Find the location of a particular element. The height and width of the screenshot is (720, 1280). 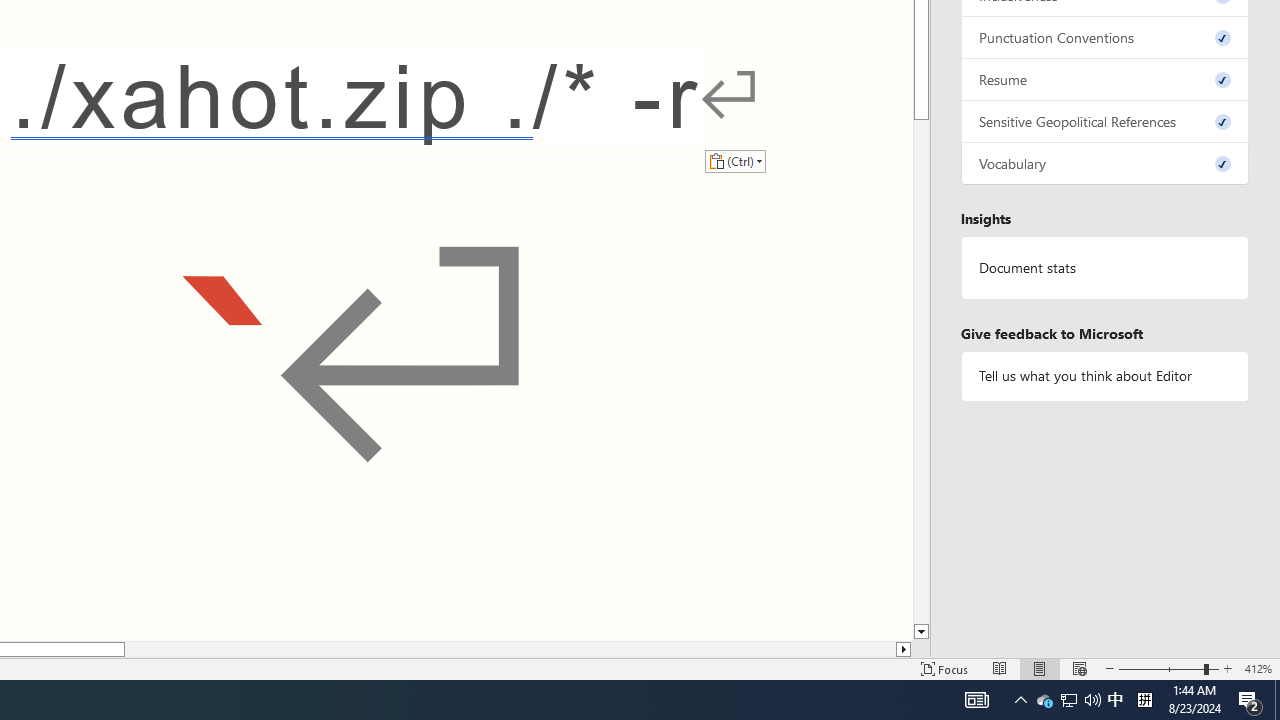

'Action: Paste alternatives' is located at coordinates (734, 160).